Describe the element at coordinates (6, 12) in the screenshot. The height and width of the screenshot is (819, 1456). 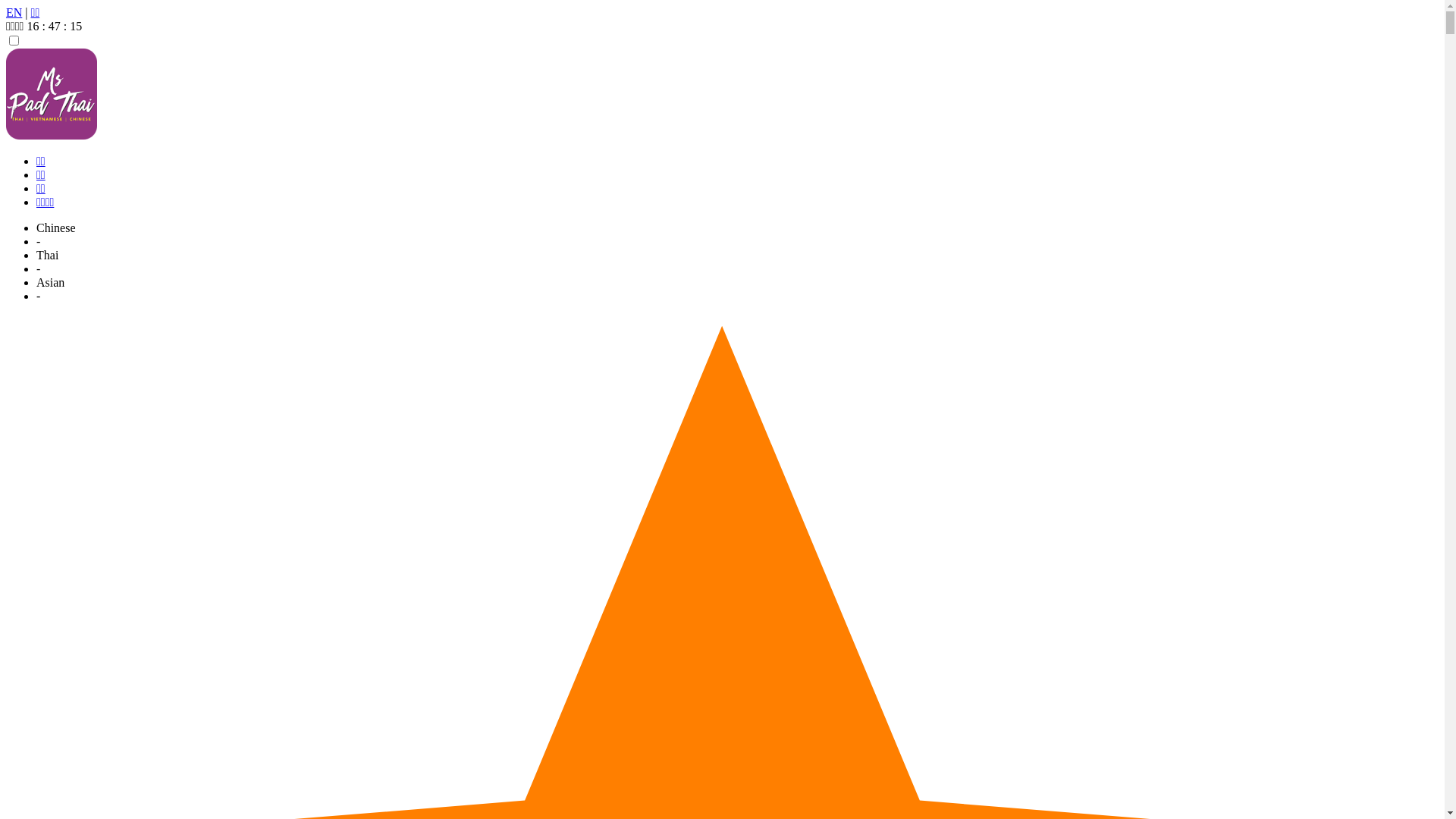
I see `'EN'` at that location.